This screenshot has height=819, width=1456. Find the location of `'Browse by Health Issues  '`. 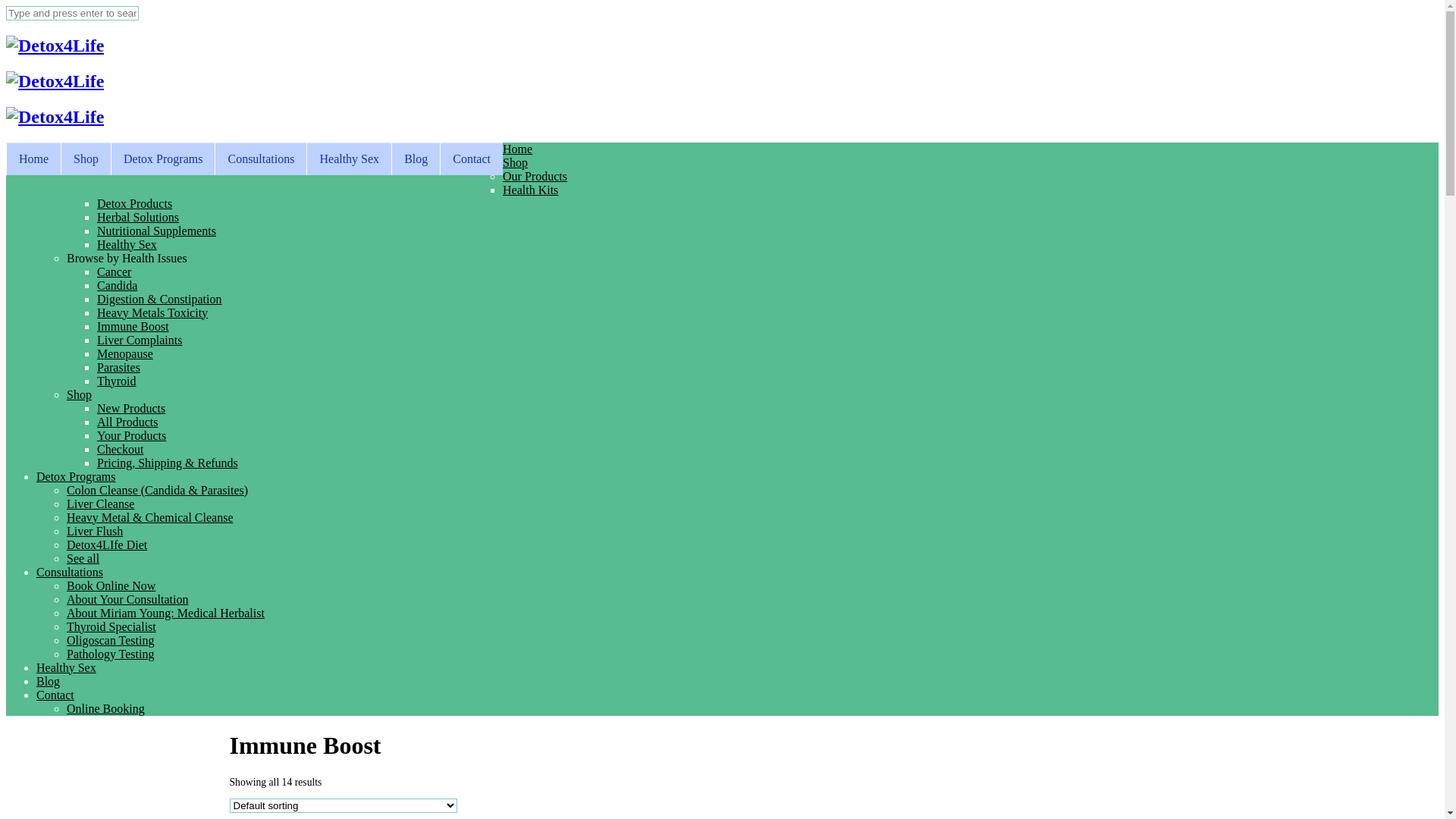

'Browse by Health Issues  ' is located at coordinates (130, 257).